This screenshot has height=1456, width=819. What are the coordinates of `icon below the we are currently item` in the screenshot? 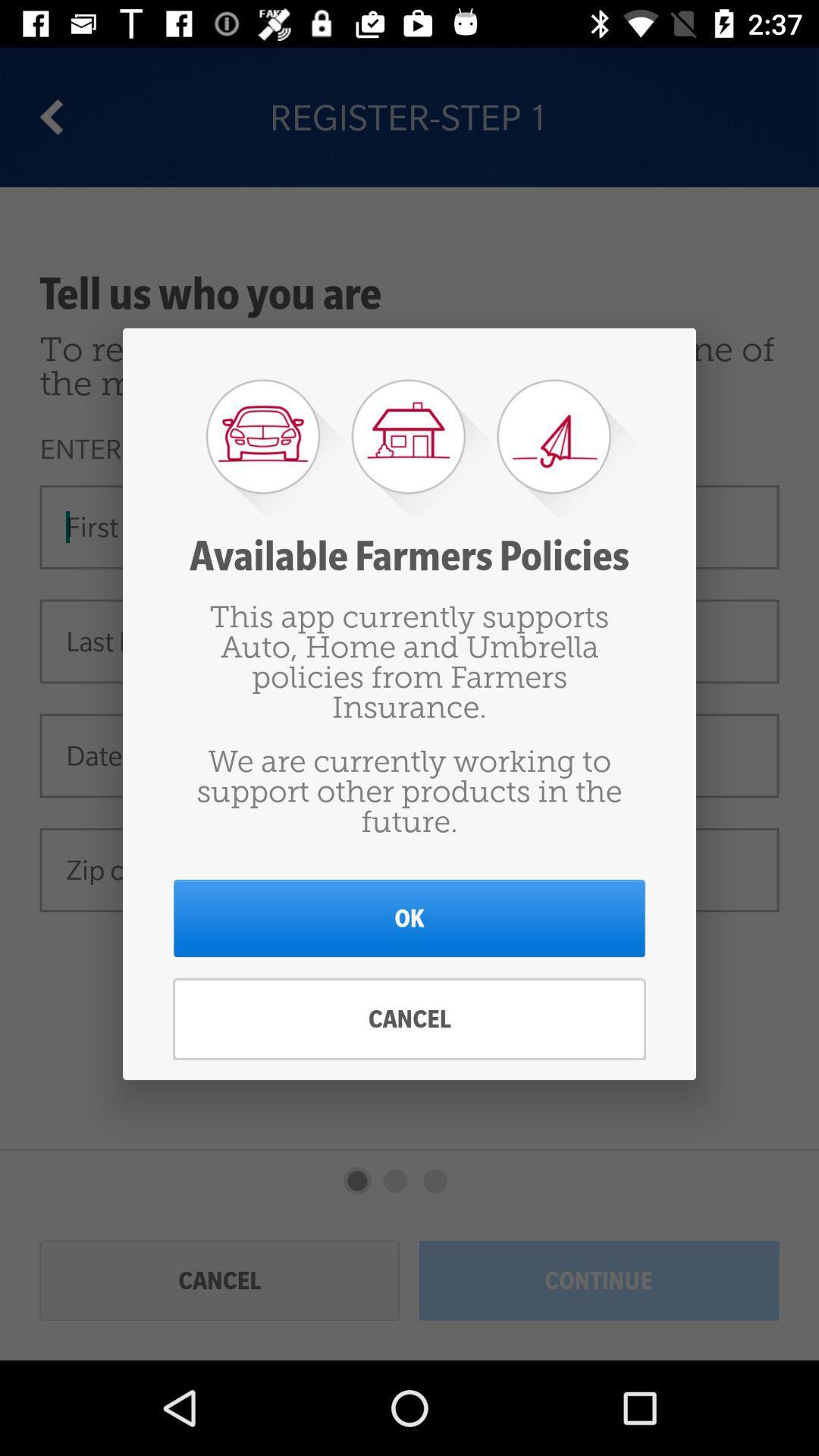 It's located at (409, 918).